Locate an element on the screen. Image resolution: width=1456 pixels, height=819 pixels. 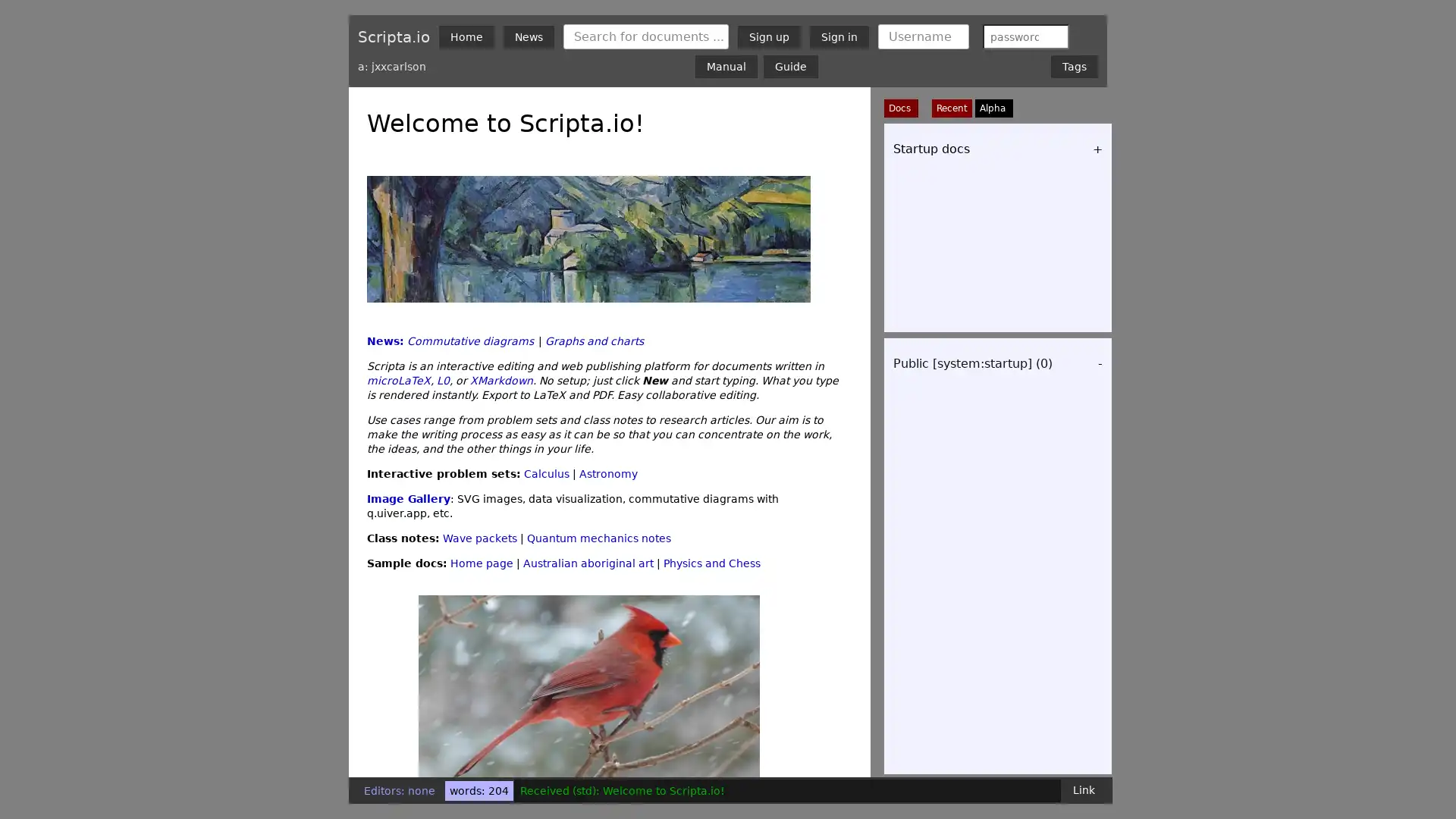
Image Gallery is located at coordinates (408, 499).